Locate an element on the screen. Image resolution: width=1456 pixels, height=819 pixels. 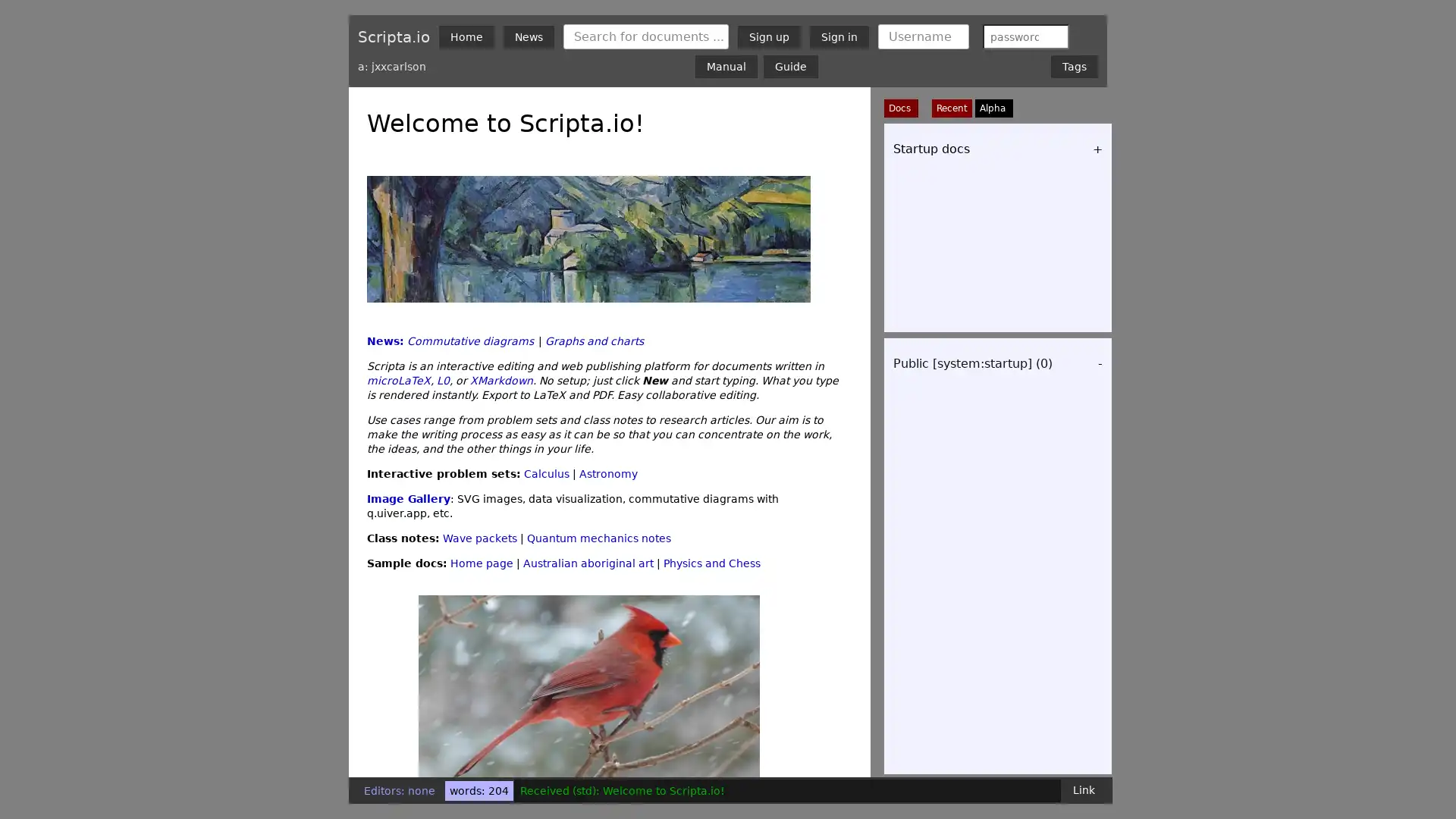
Image Gallery is located at coordinates (408, 499).